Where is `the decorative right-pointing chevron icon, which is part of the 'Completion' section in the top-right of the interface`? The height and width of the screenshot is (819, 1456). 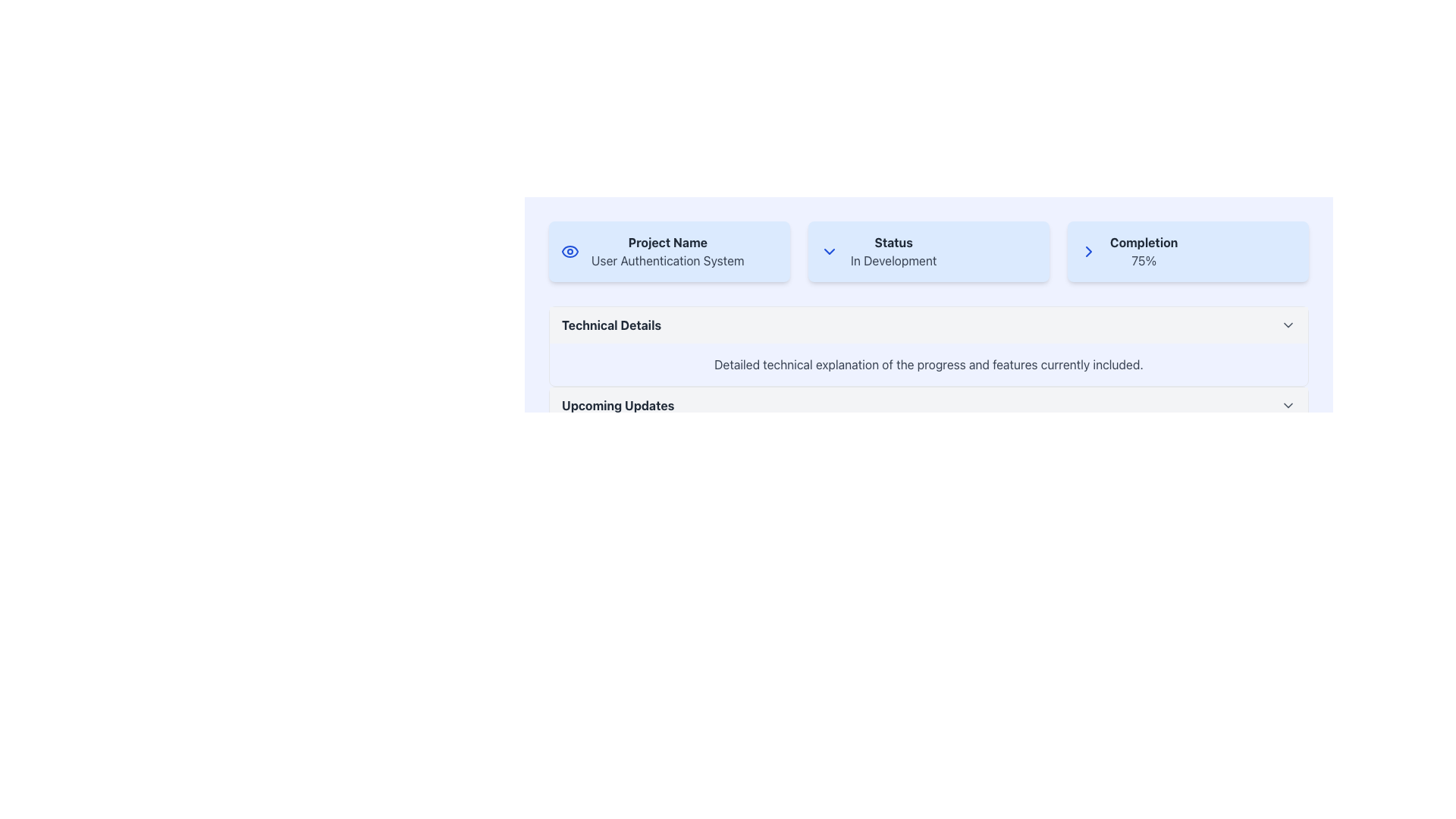 the decorative right-pointing chevron icon, which is part of the 'Completion' section in the top-right of the interface is located at coordinates (1087, 250).